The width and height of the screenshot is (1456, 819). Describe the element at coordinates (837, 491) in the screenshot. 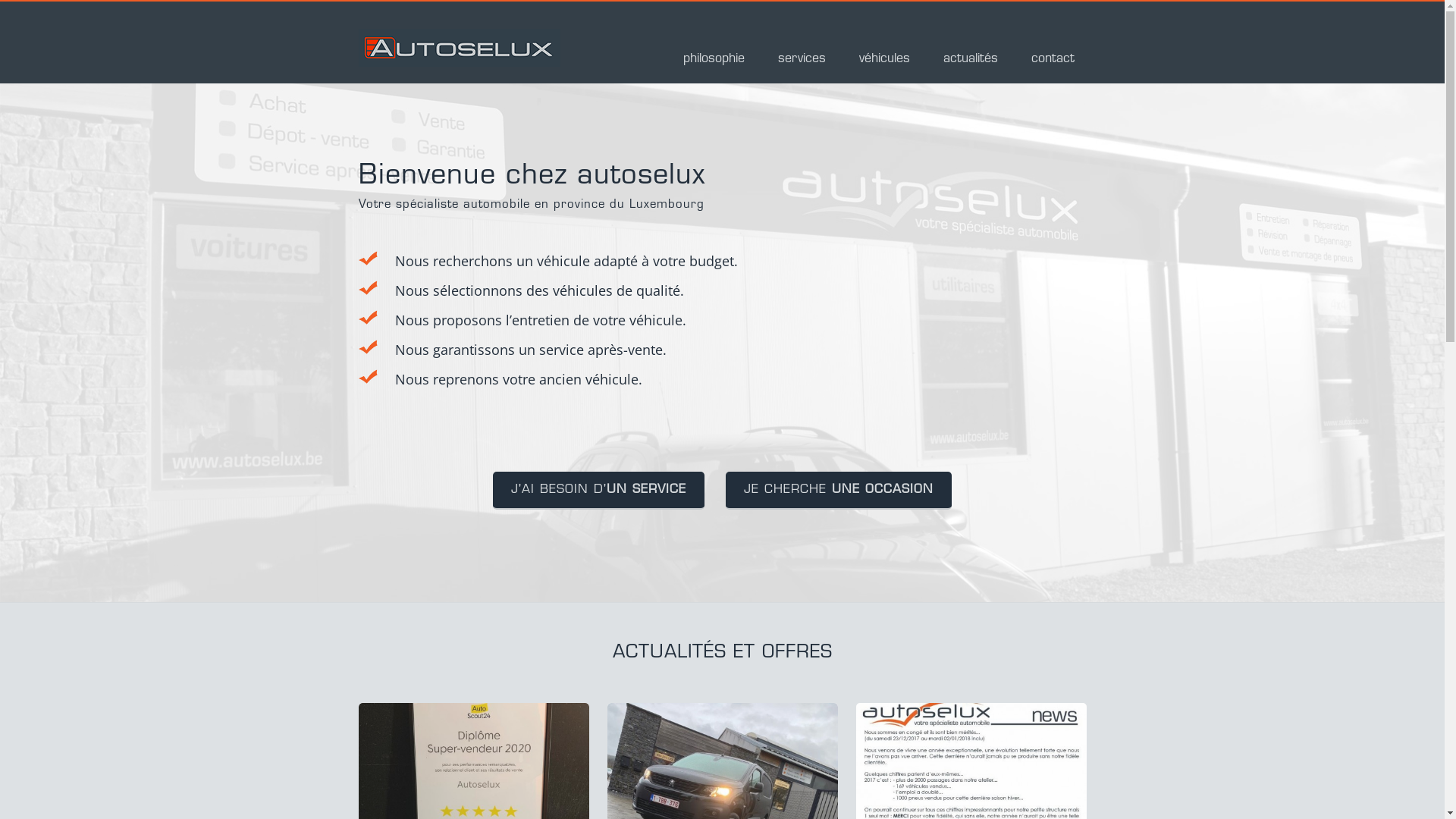

I see `'JE CHERCHE UNE OCCASION'` at that location.